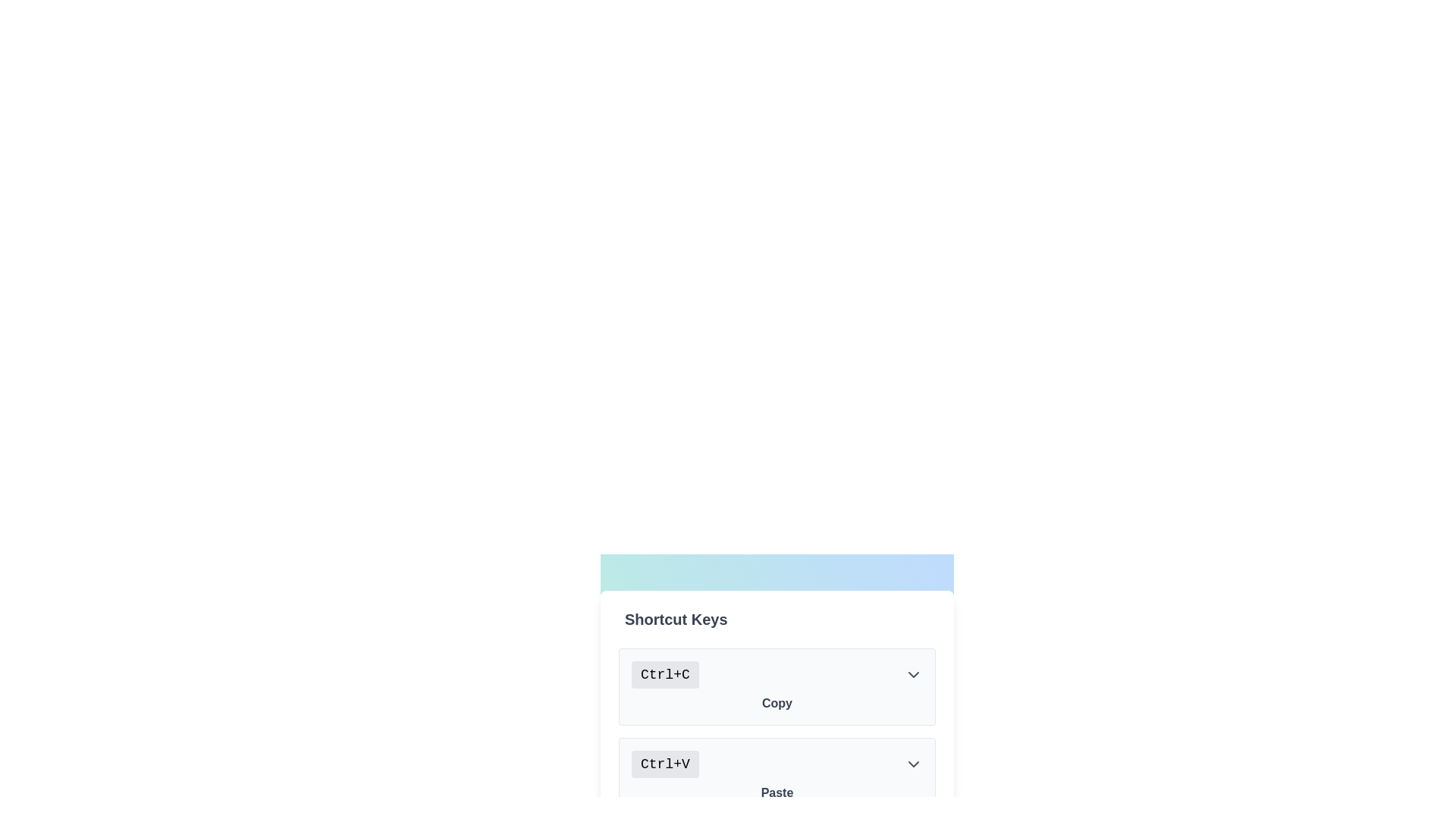  Describe the element at coordinates (675, 620) in the screenshot. I see `the text label that identifies the content of the section detailing shortcut key functionalities, which is prominently positioned near the top of the visible content section` at that location.